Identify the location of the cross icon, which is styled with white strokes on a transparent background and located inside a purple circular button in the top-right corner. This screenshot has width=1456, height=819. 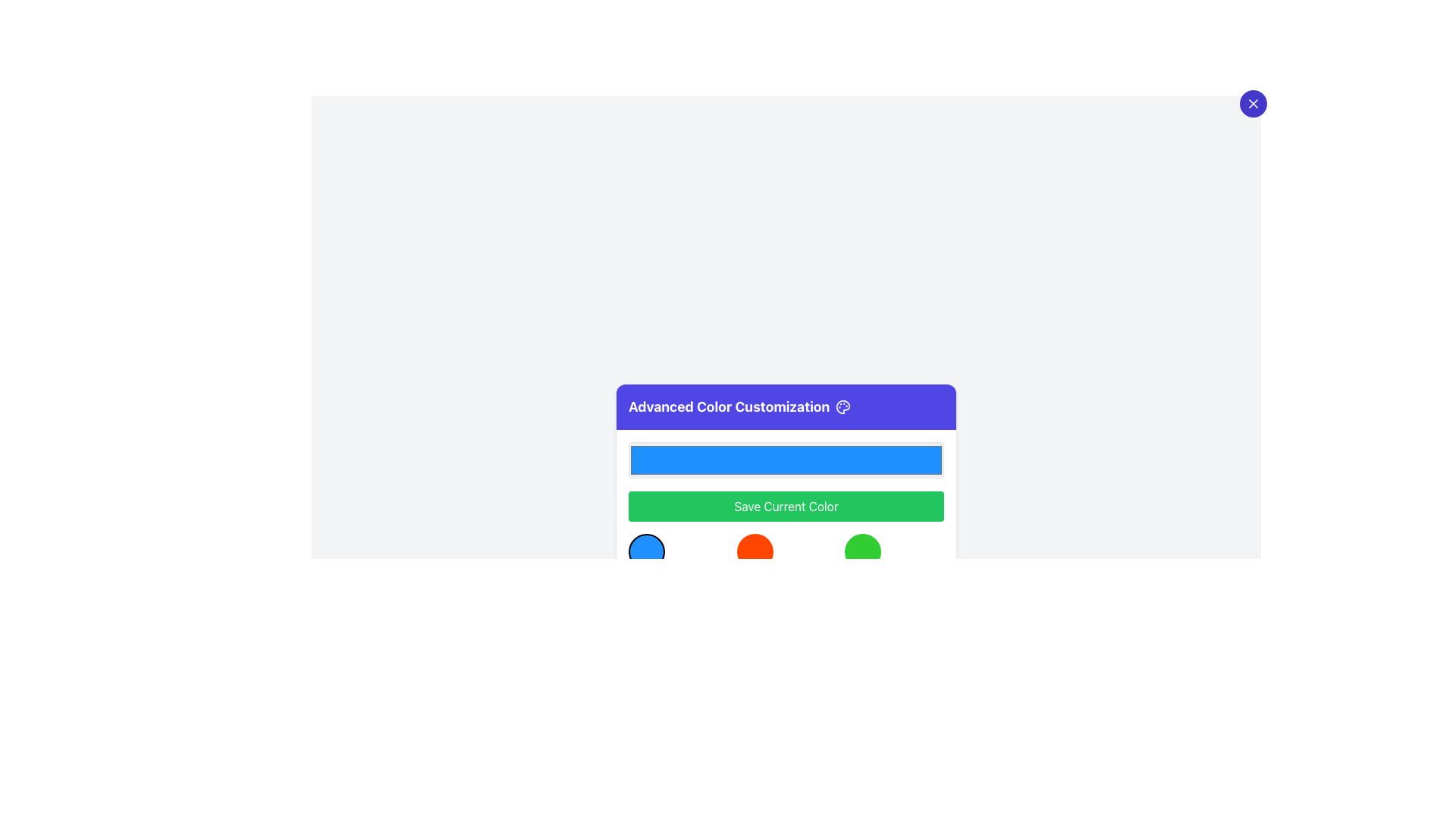
(1253, 103).